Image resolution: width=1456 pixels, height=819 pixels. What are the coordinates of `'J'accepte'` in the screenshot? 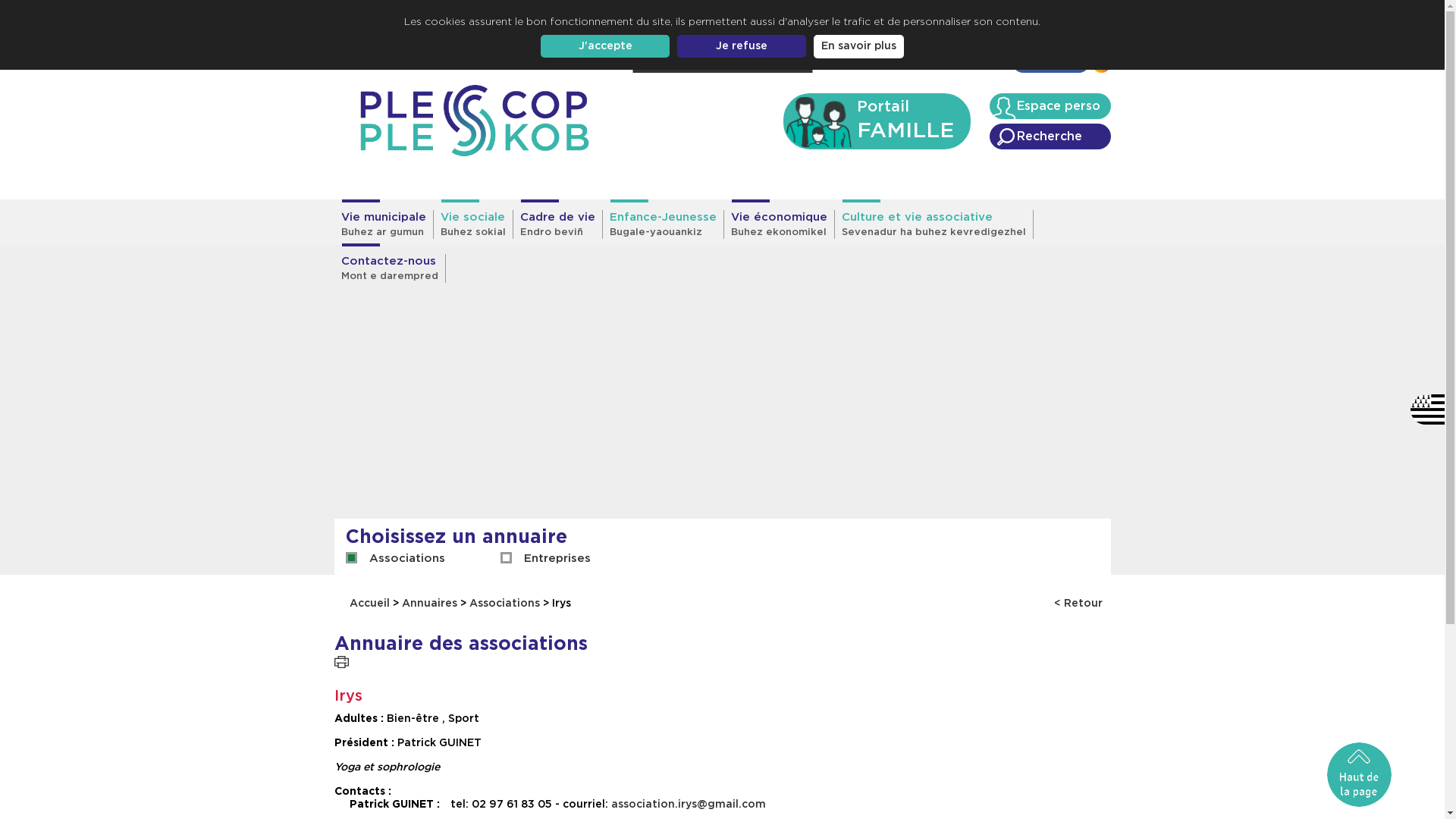 It's located at (604, 45).